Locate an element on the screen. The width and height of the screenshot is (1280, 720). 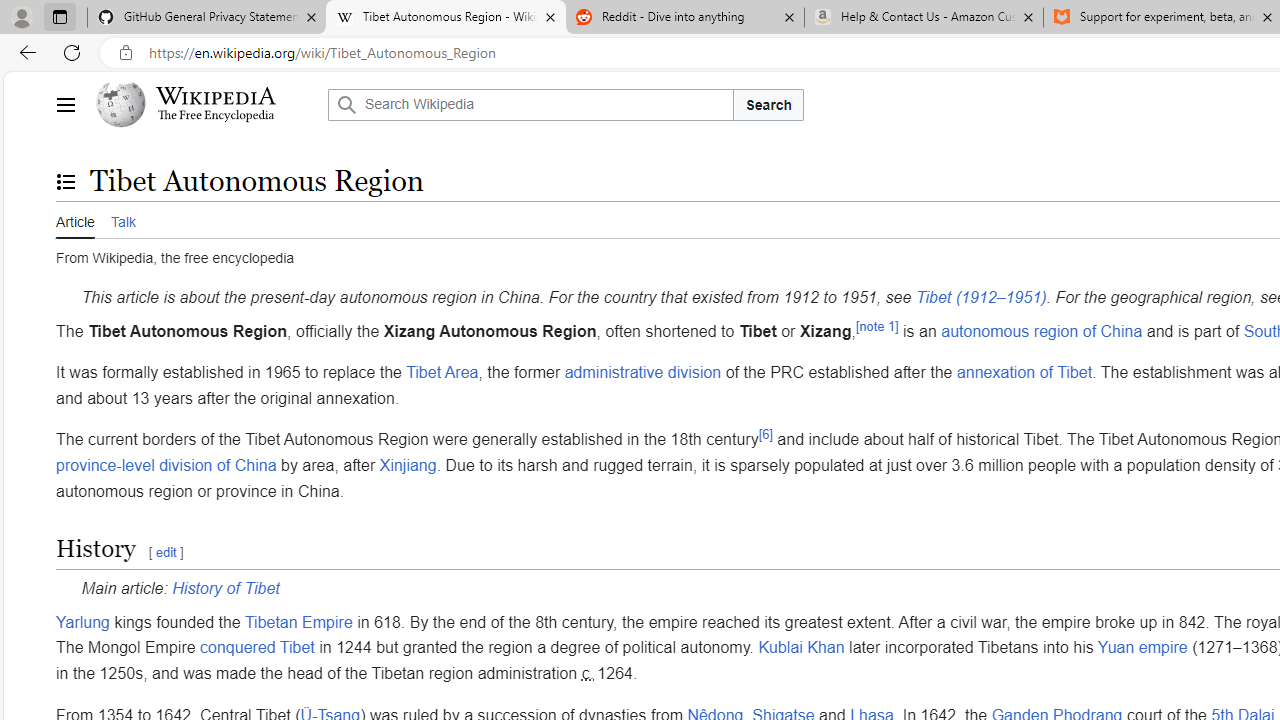
'GitHub General Privacy Statement - GitHub Docs' is located at coordinates (207, 17).